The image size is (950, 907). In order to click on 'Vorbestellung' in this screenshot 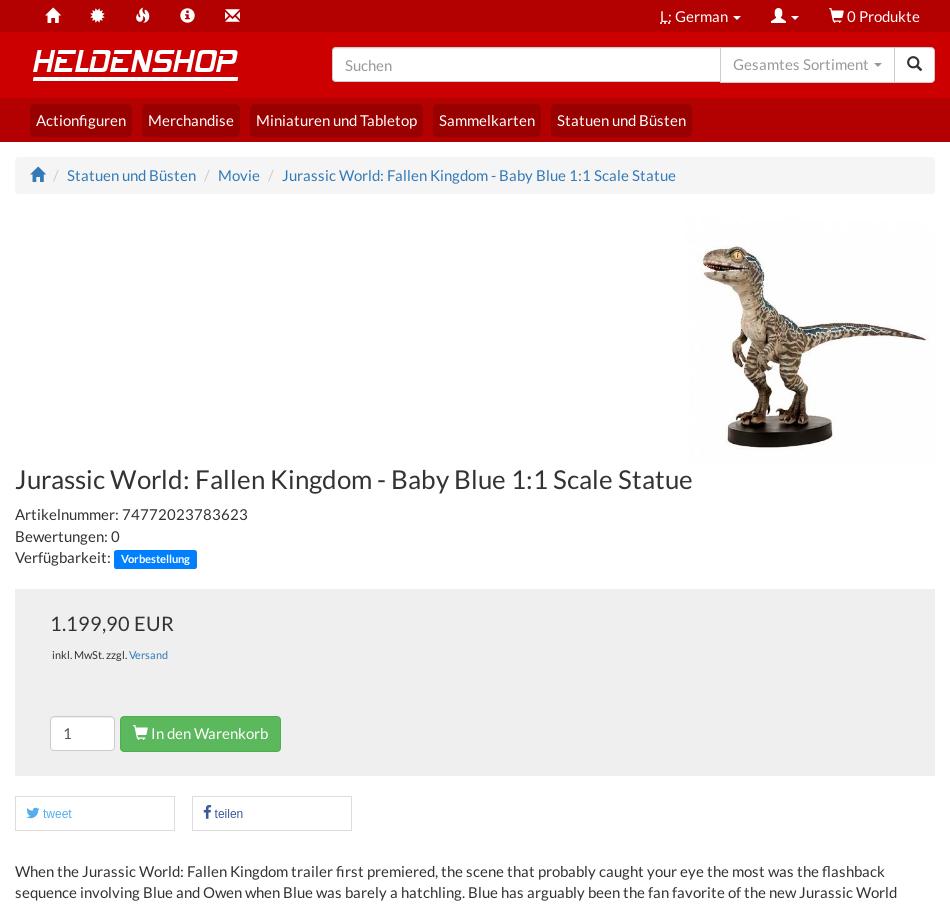, I will do `click(154, 558)`.